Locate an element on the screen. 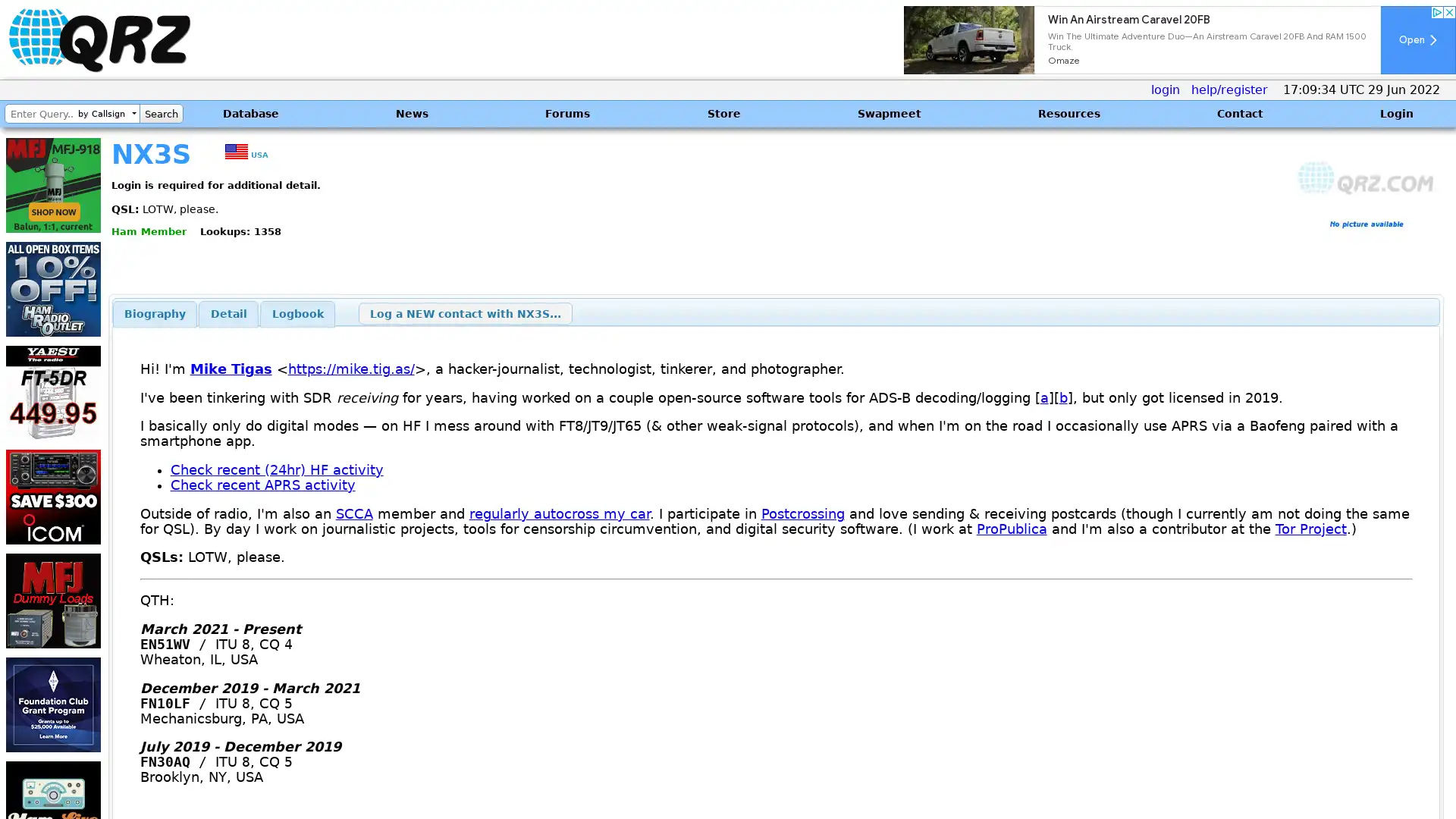 Image resolution: width=1456 pixels, height=819 pixels. Search is located at coordinates (161, 113).